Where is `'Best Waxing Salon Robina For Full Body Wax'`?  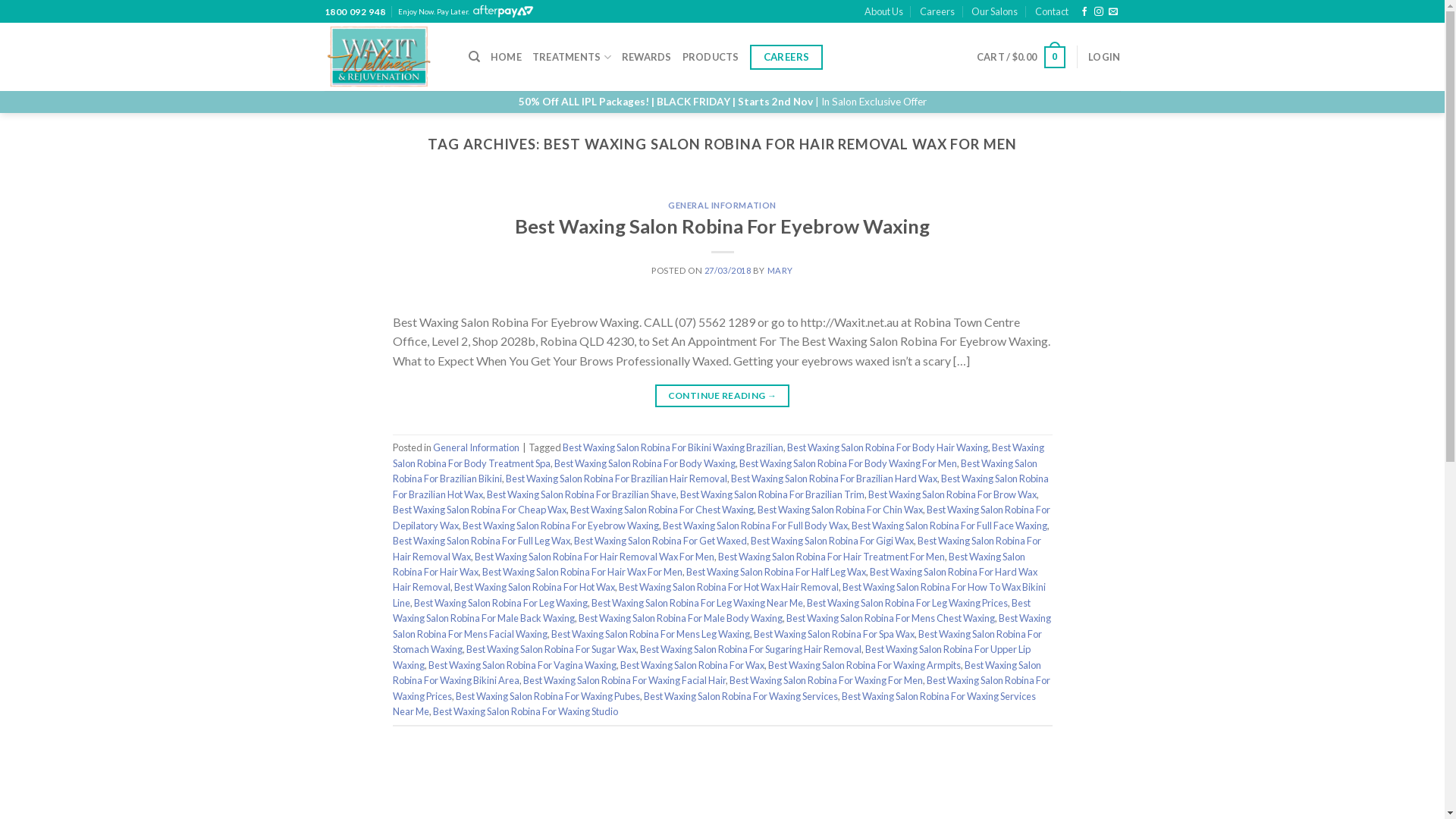 'Best Waxing Salon Robina For Full Body Wax' is located at coordinates (755, 525).